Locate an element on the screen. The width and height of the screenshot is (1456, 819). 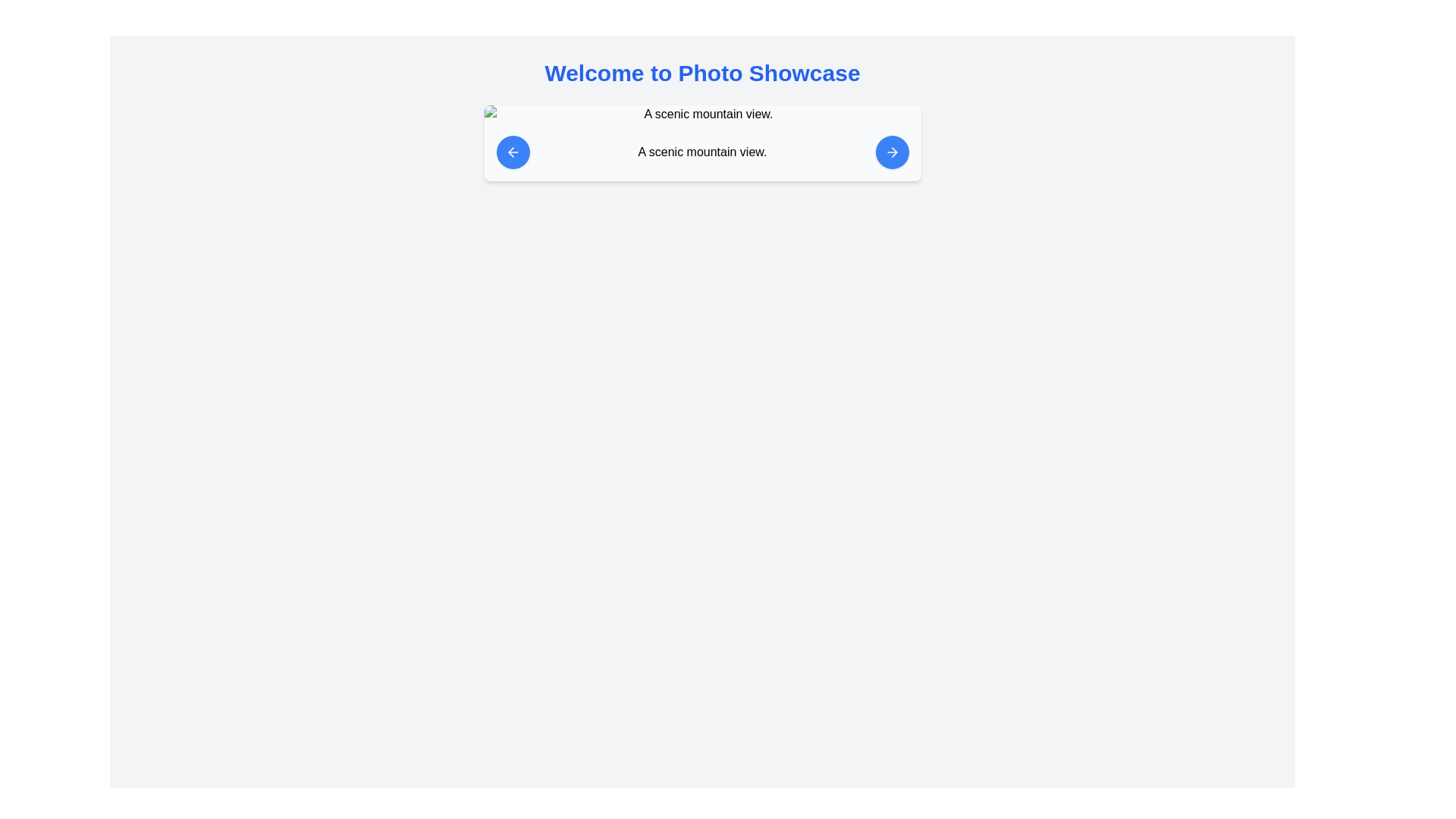
the circular button containing the arrow icon is located at coordinates (513, 152).